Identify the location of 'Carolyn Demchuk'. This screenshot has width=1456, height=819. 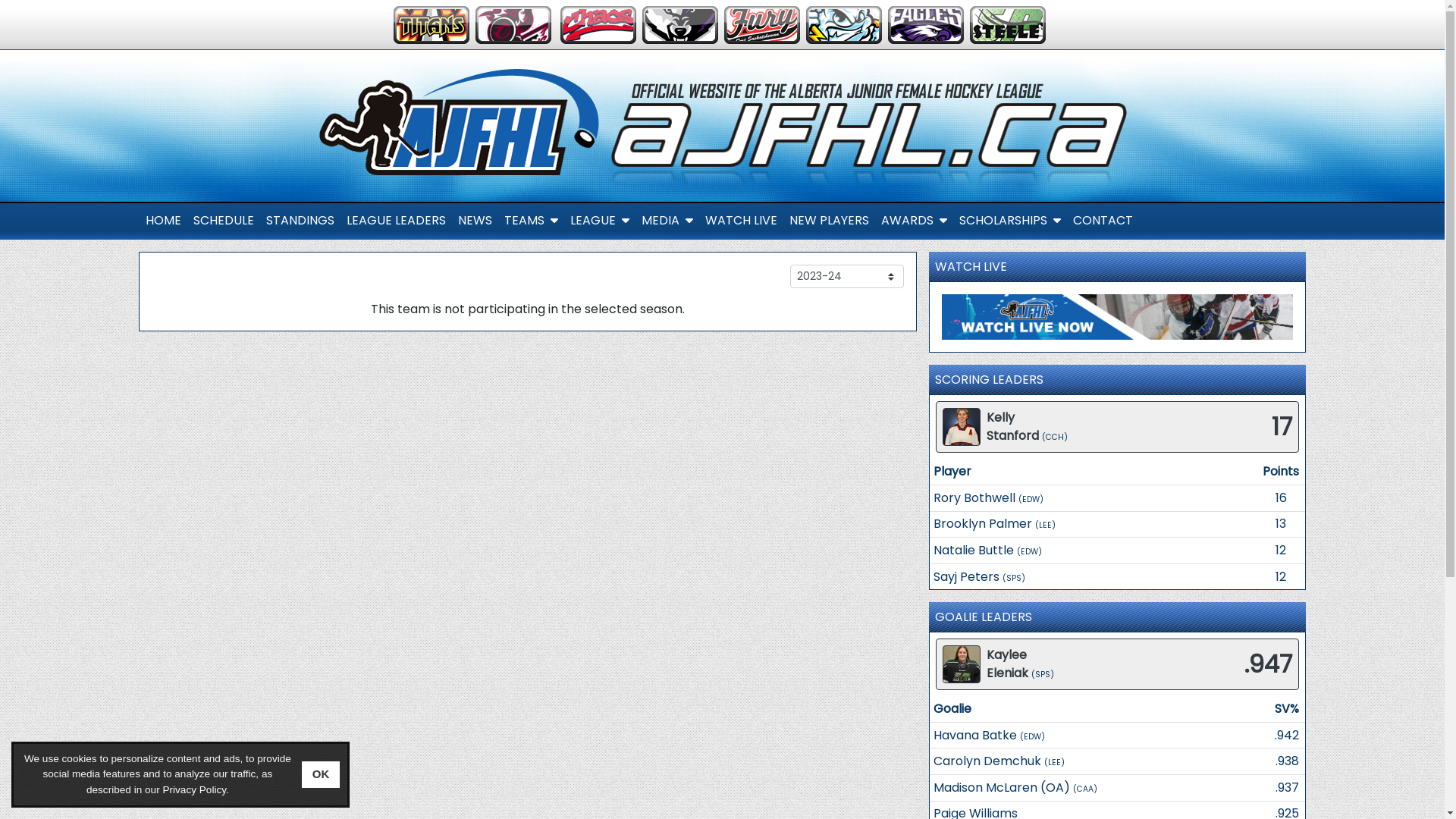
(932, 761).